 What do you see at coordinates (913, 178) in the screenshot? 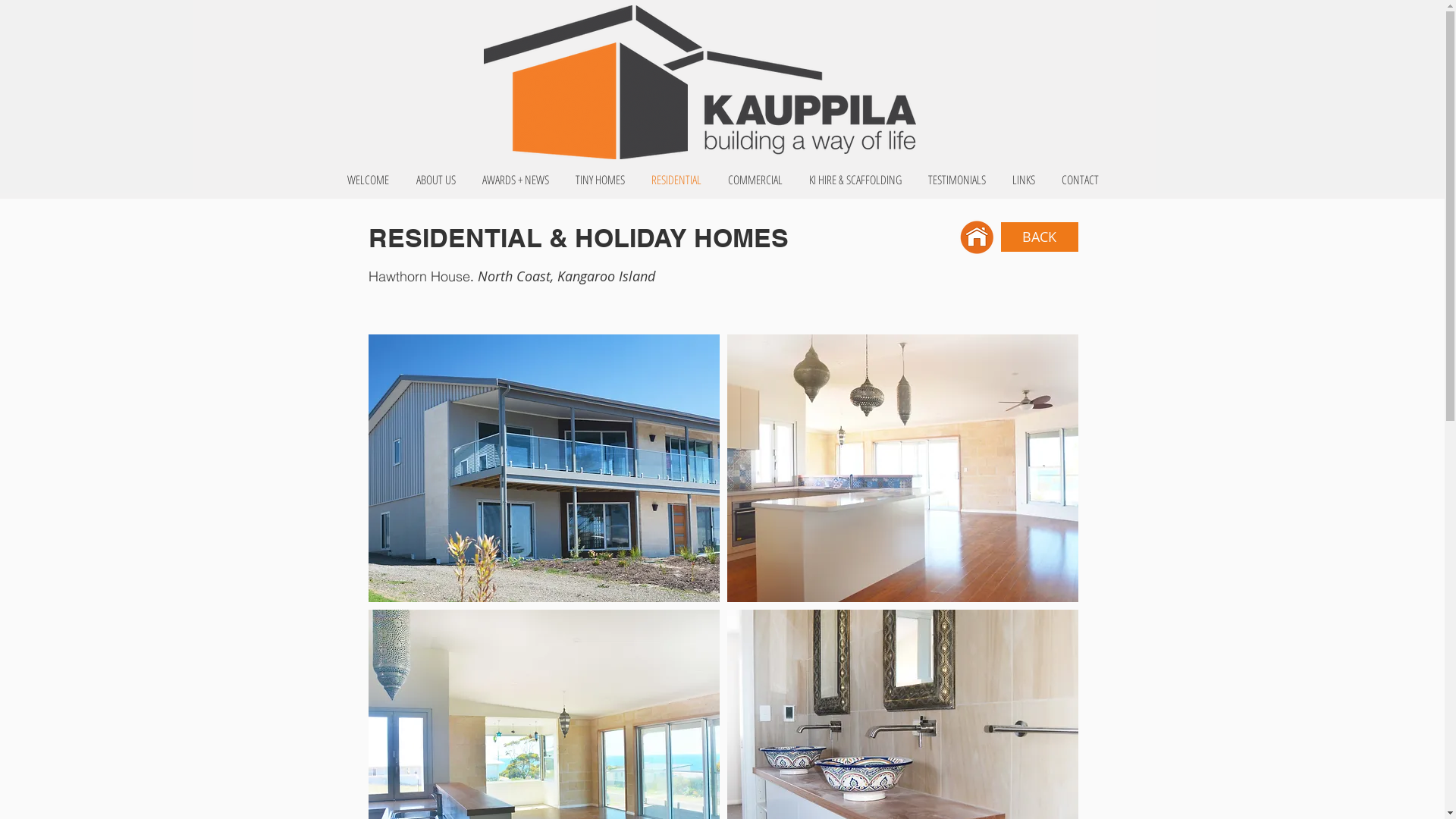
I see `'TESTIMONIALS'` at bounding box center [913, 178].